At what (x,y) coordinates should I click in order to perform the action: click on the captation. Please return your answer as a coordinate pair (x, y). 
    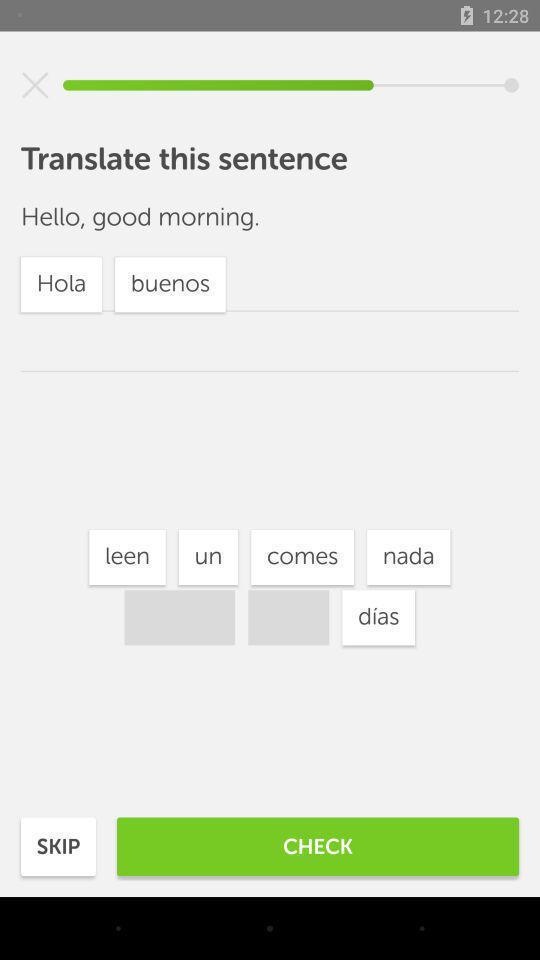
    Looking at the image, I should click on (35, 85).